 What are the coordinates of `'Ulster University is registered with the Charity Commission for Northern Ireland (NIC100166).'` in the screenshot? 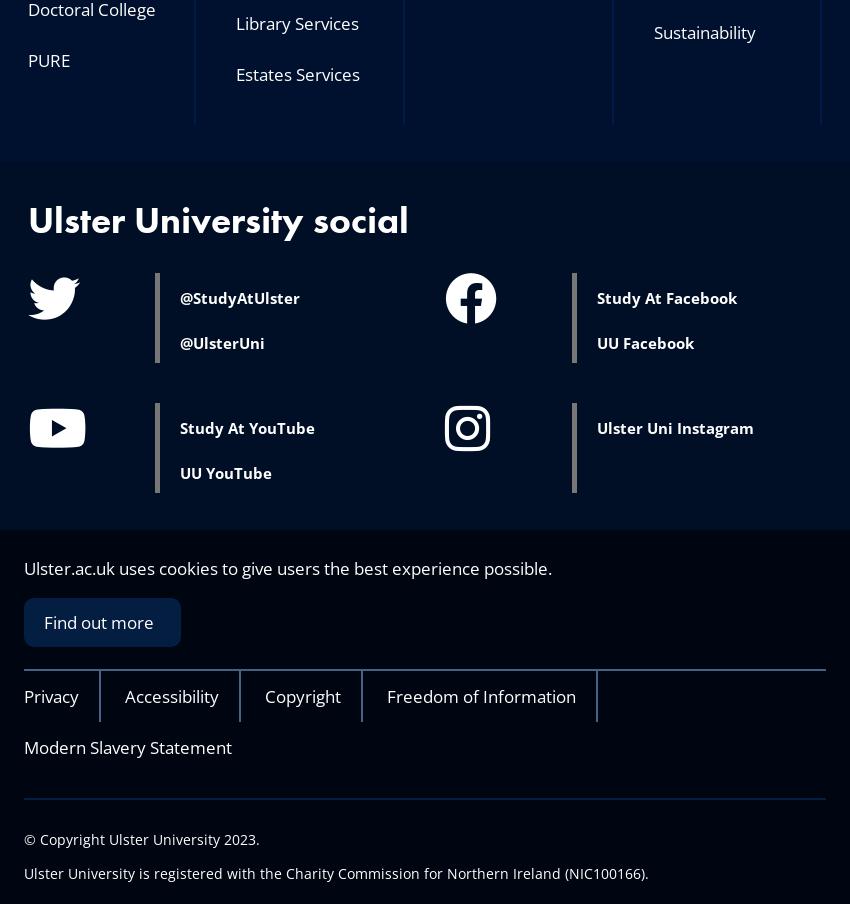 It's located at (22, 873).